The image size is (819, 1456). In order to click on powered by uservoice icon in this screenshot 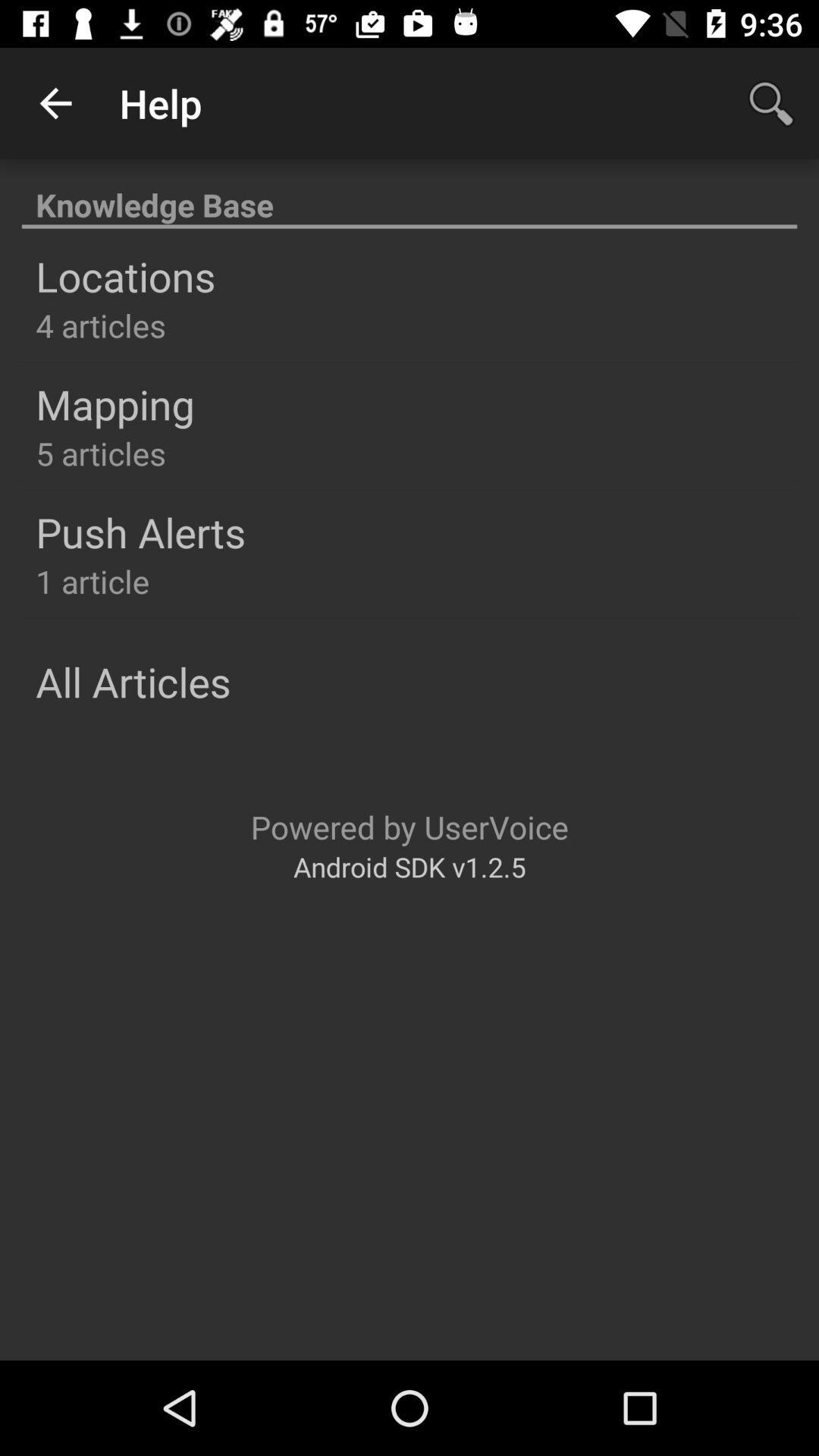, I will do `click(409, 826)`.